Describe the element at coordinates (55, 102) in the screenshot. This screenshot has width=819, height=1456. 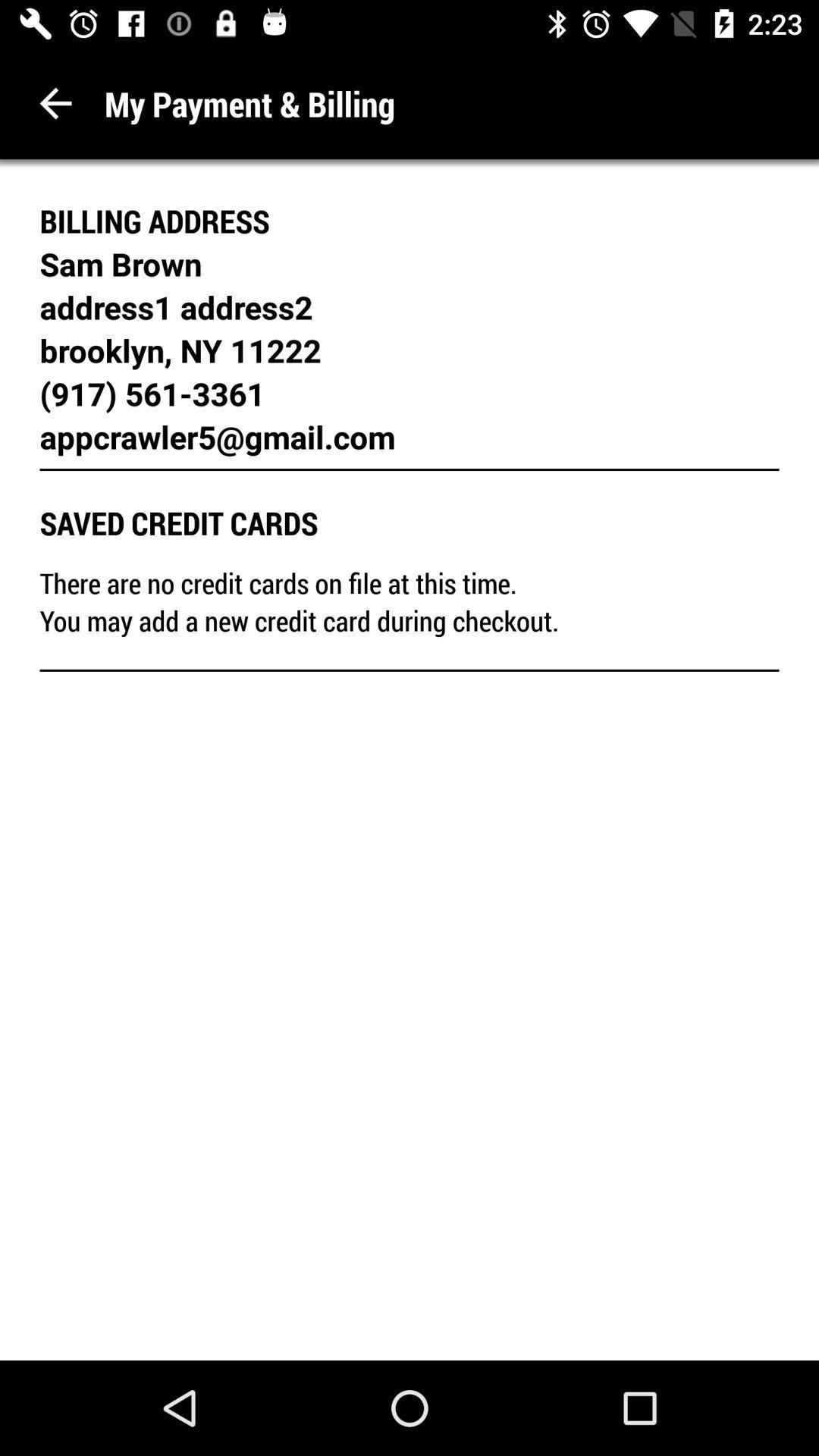
I see `icon next to my payment & billing` at that location.